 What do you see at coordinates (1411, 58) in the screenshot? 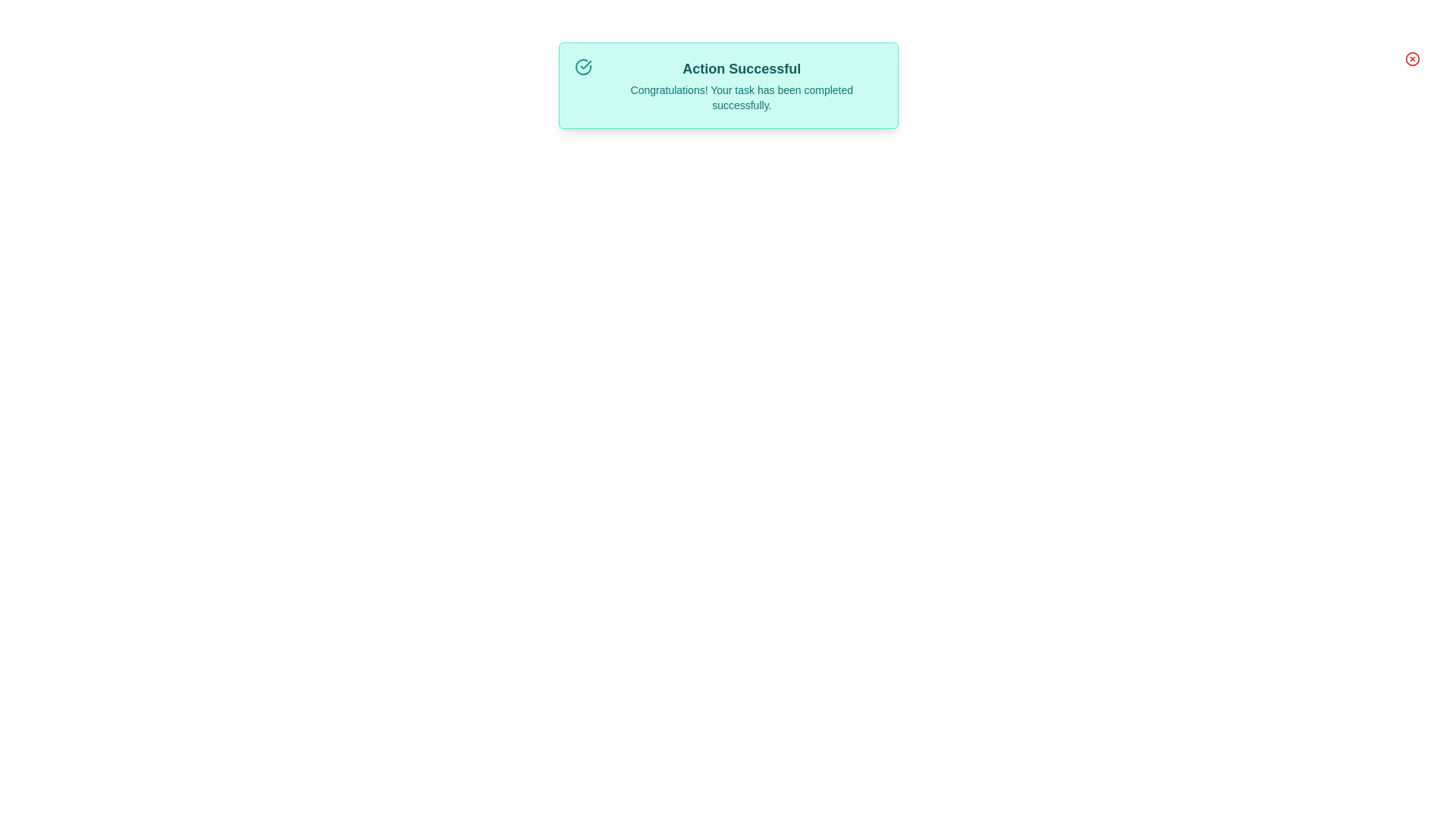
I see `close button in the top-right corner of the alert` at bounding box center [1411, 58].